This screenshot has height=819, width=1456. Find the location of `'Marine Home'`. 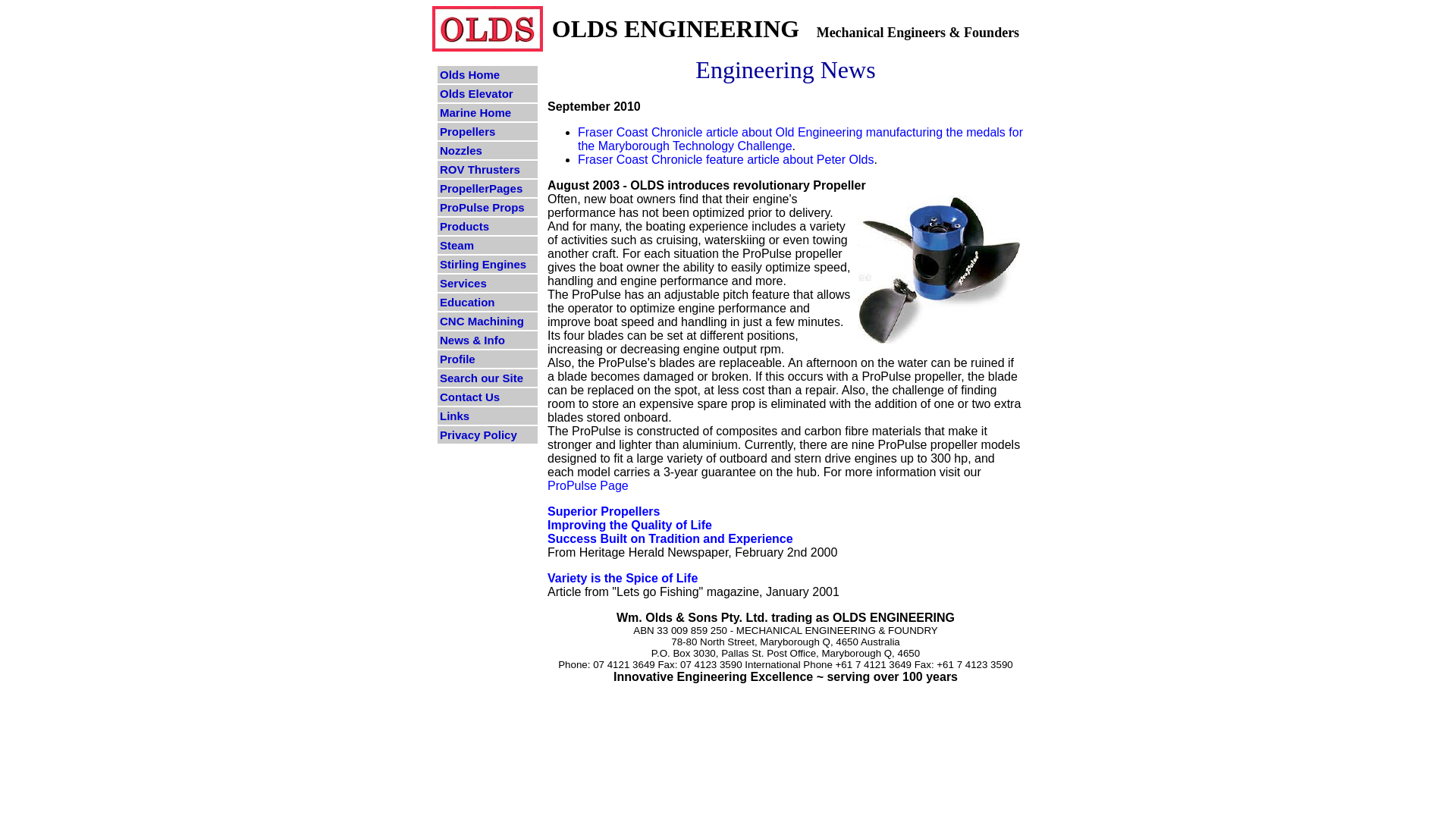

'Marine Home' is located at coordinates (488, 111).